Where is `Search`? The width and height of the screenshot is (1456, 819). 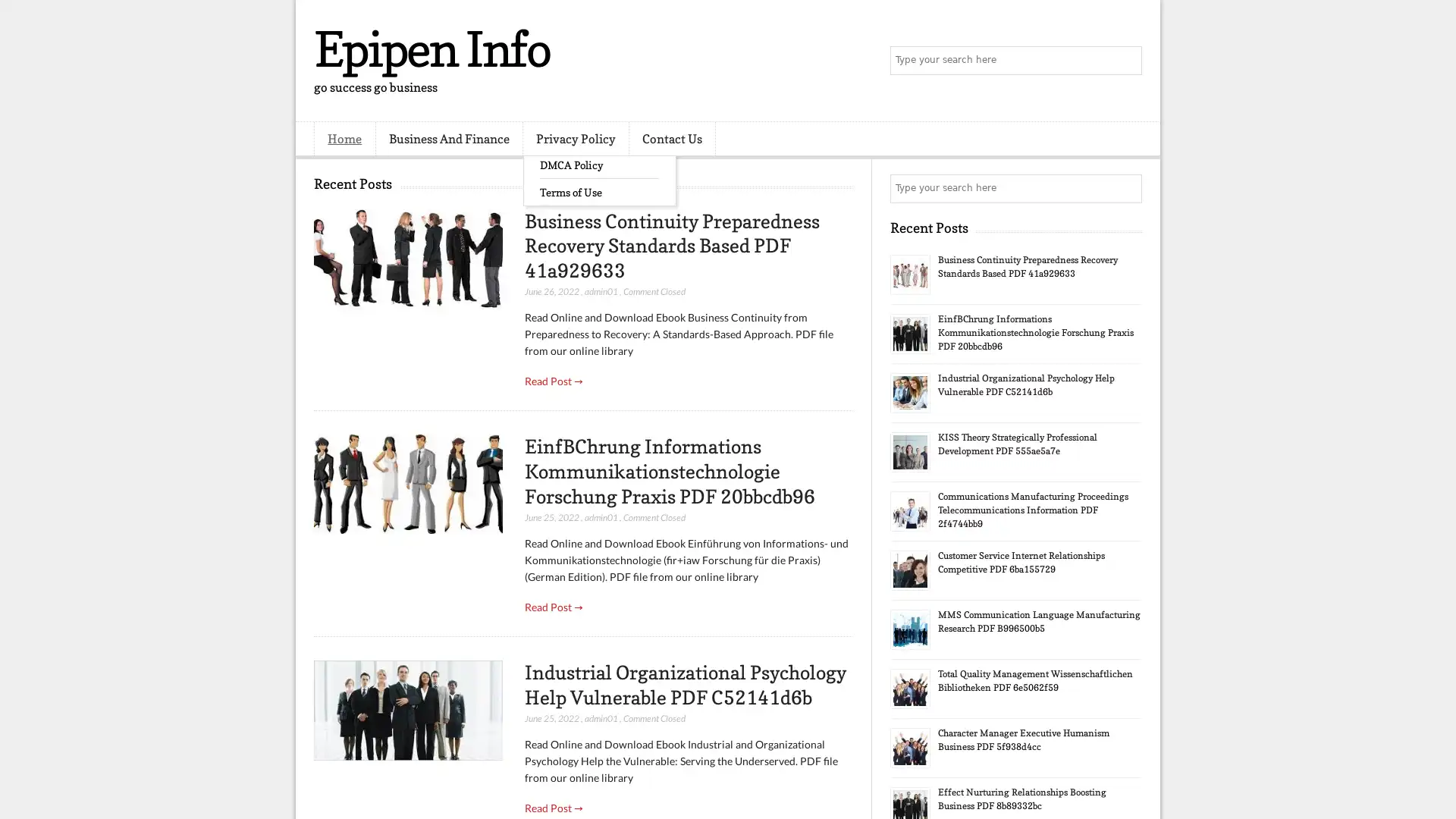 Search is located at coordinates (1126, 61).